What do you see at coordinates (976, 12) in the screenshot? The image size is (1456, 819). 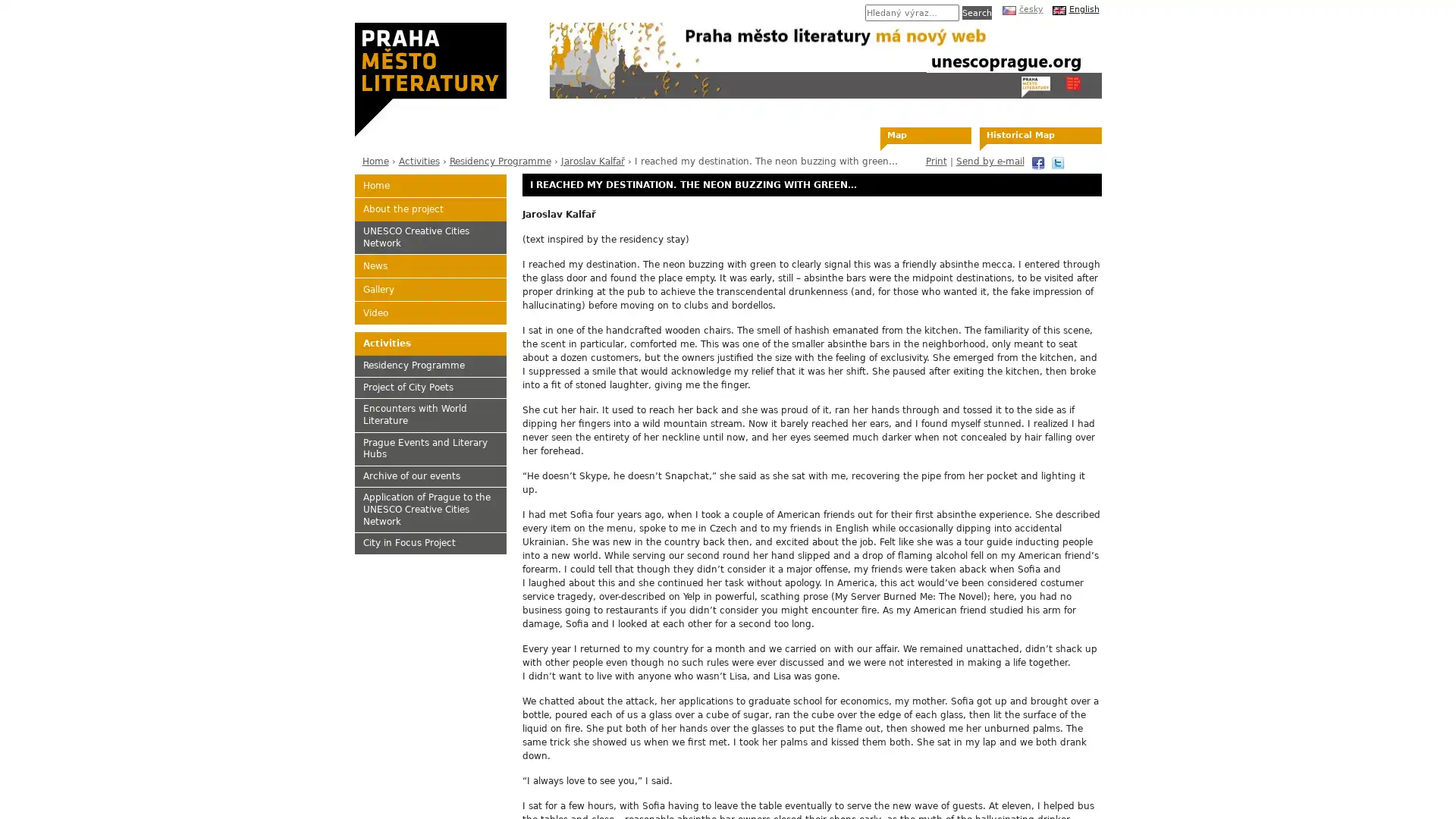 I see `Search` at bounding box center [976, 12].